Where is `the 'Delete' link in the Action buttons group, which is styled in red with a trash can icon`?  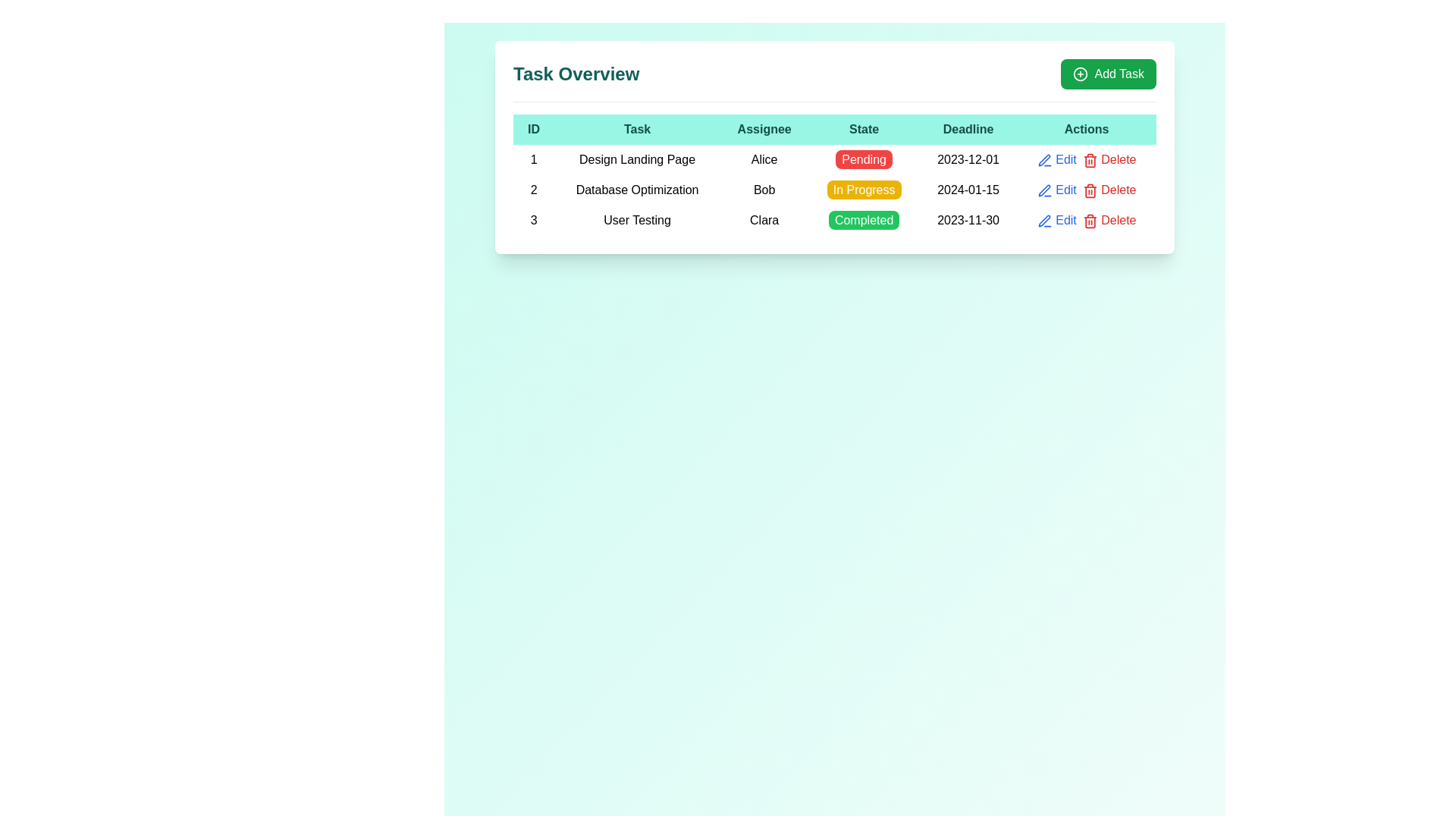 the 'Delete' link in the Action buttons group, which is styled in red with a trash can icon is located at coordinates (1086, 160).